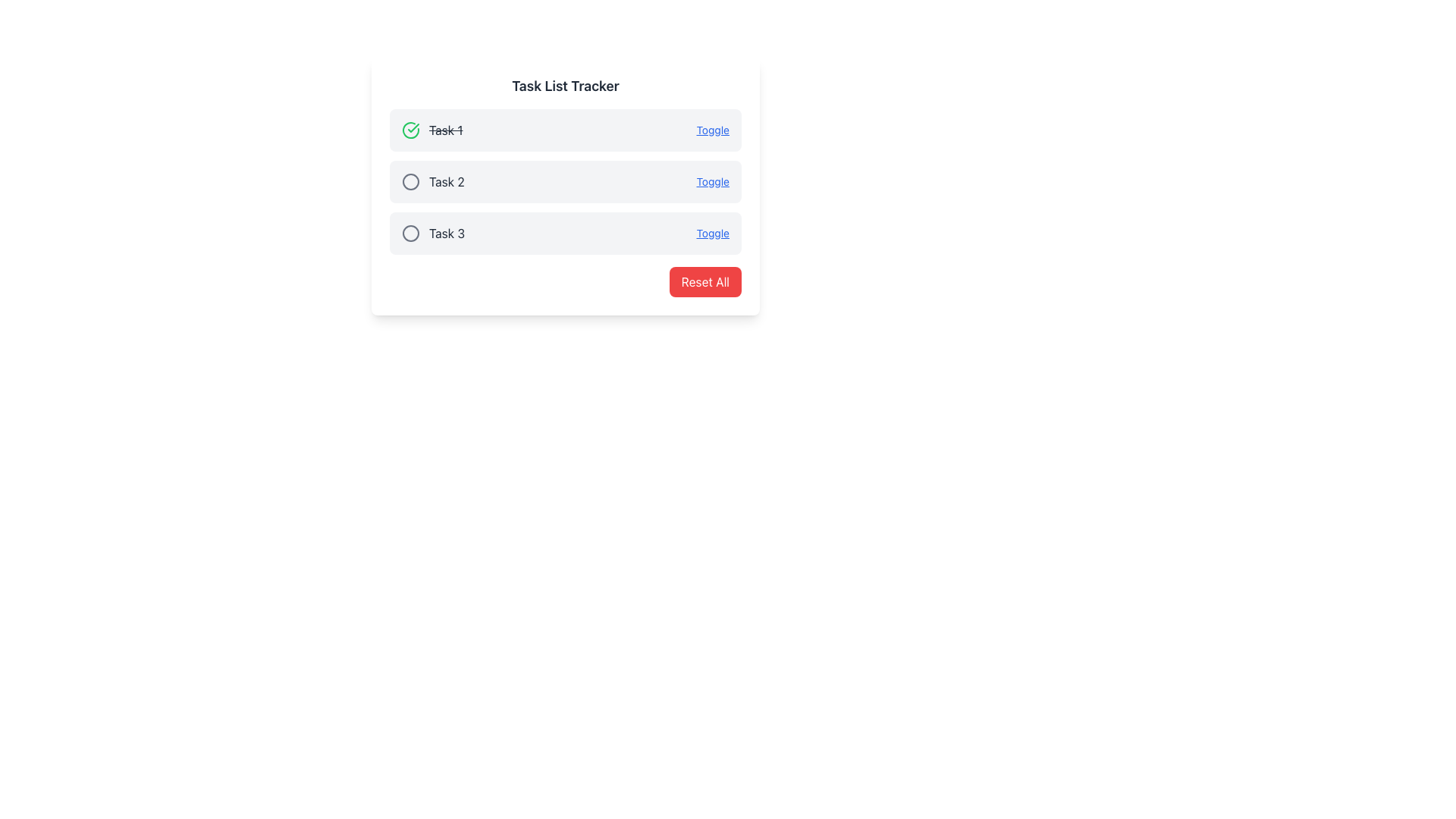 This screenshot has height=819, width=1456. I want to click on the text label displaying 'Task 1' with a strikethrough style, indicating completion, located to the right of a green circular icon with a checkmark, so click(445, 130).